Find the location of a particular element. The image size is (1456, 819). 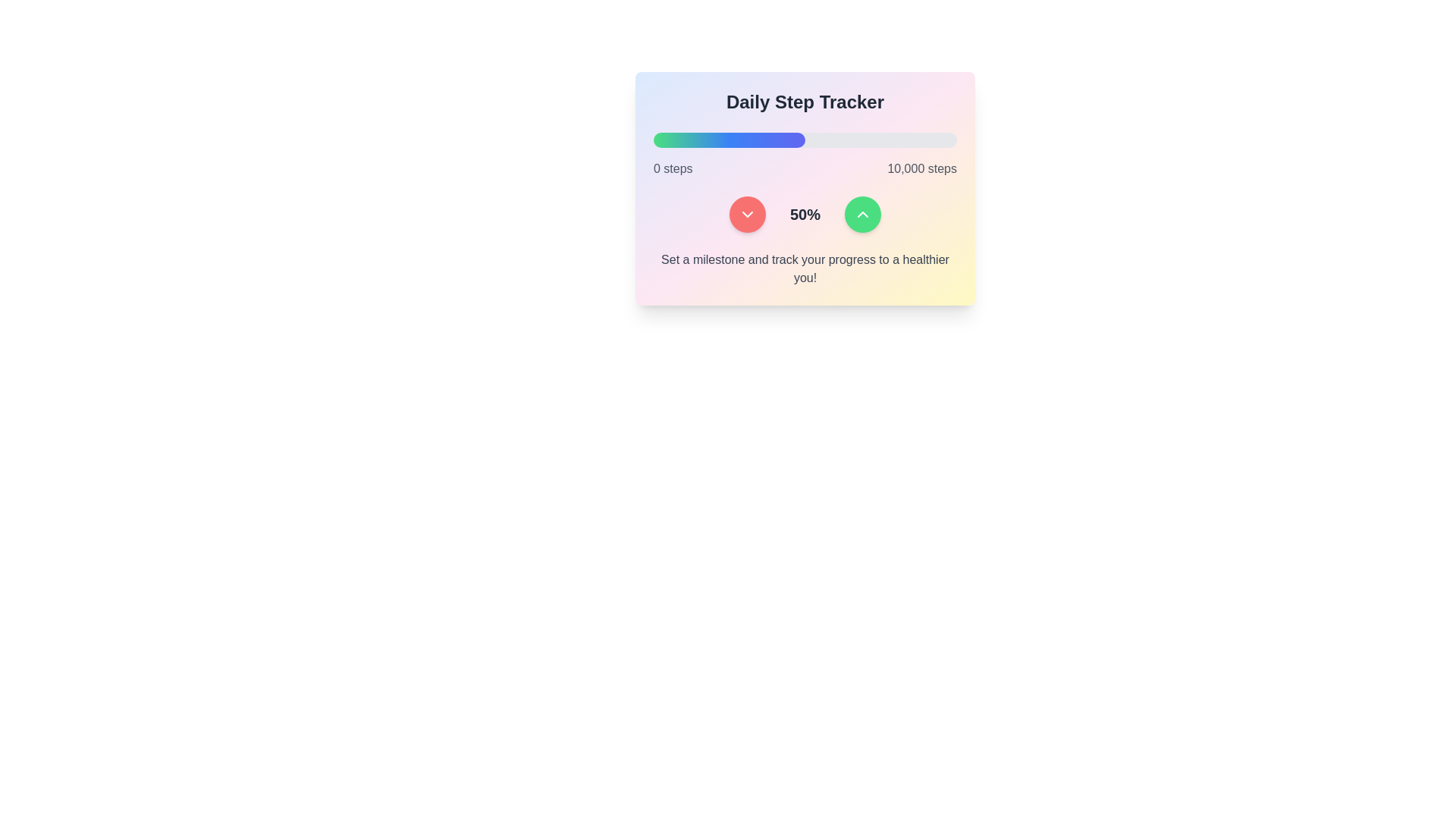

the chevron icon within the green circular button that indicates upward navigation, located to the right of a red circular button is located at coordinates (862, 214).